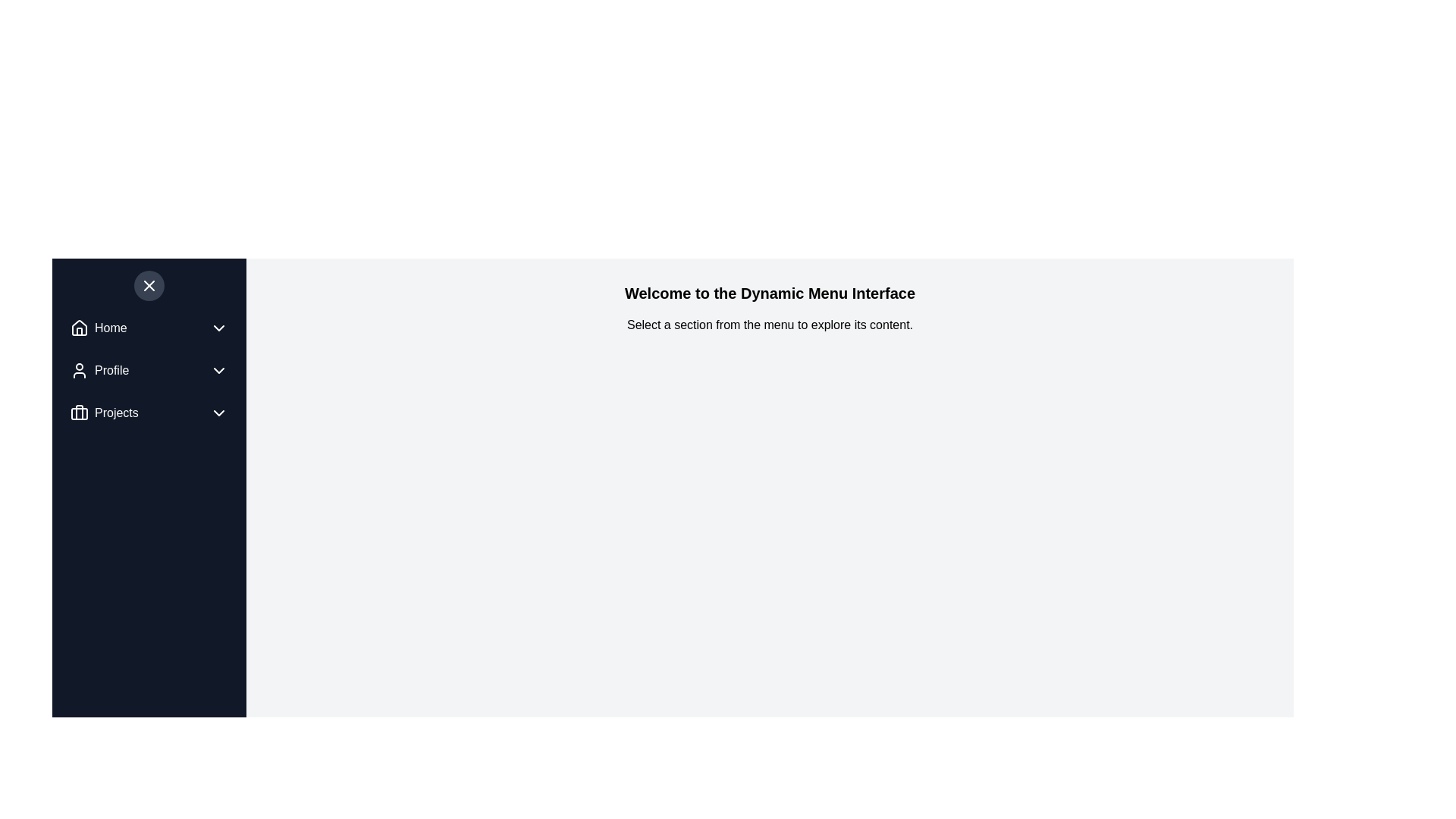 This screenshot has height=819, width=1456. I want to click on the small, circular user icon representing a profile located in the vertical navigation menu, so click(79, 371).